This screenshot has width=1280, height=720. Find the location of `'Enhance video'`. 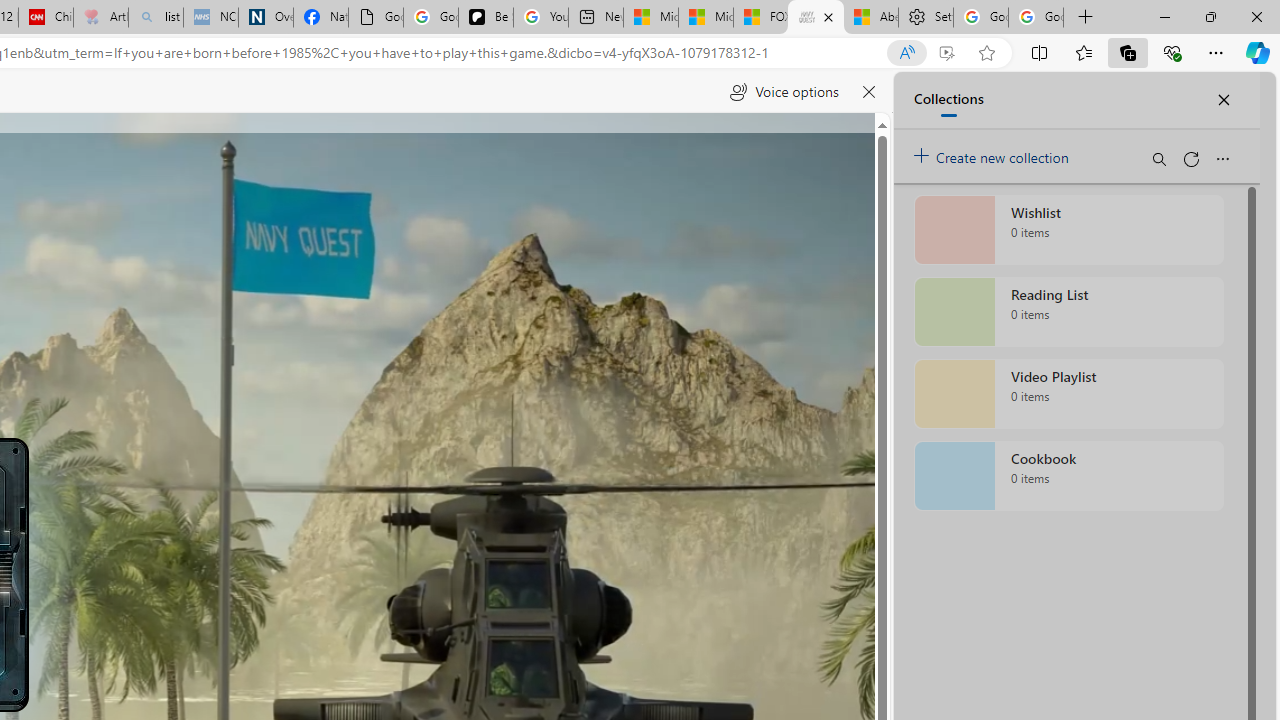

'Enhance video' is located at coordinates (945, 52).